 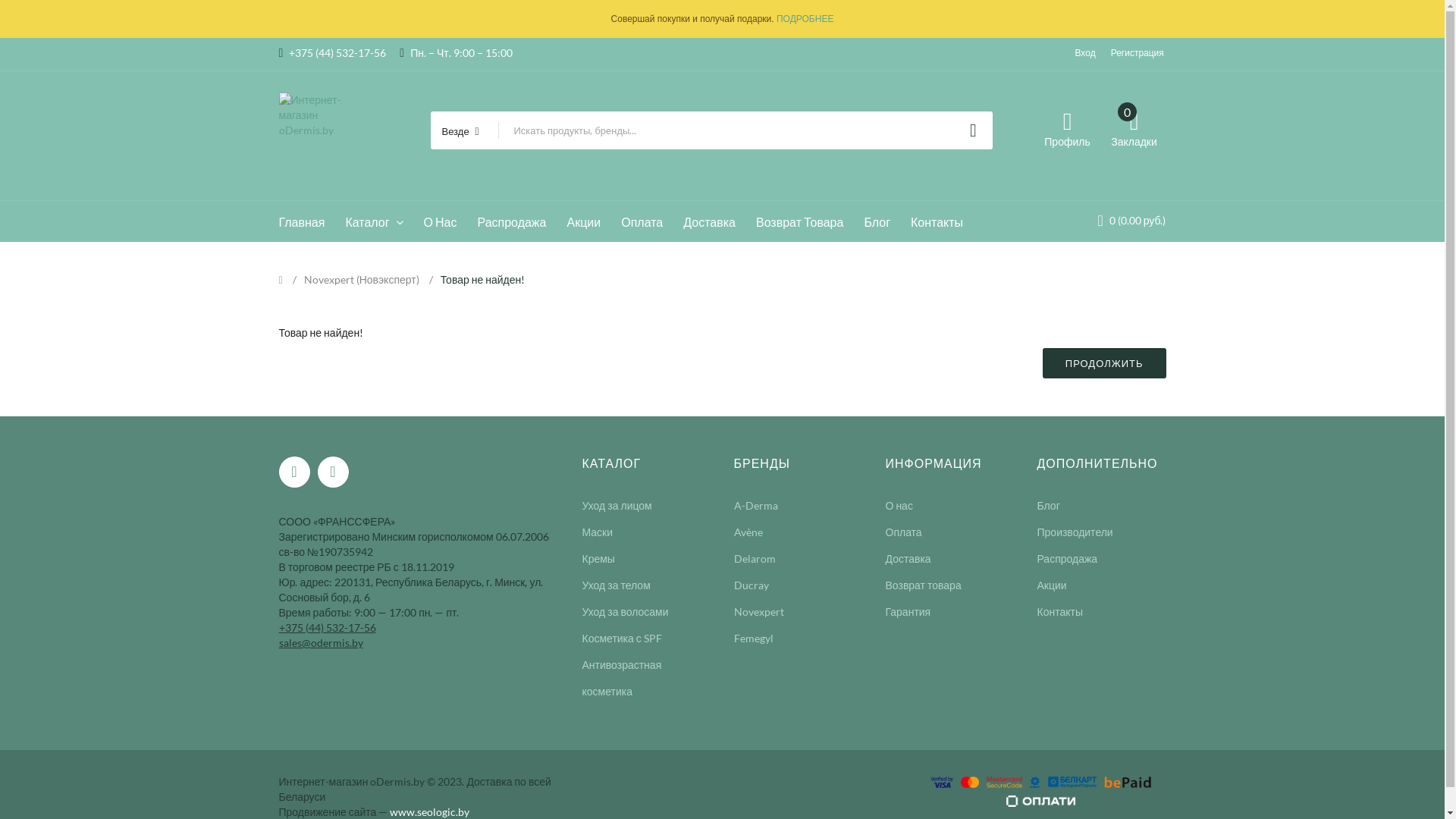 I want to click on 'Ducray', so click(x=734, y=584).